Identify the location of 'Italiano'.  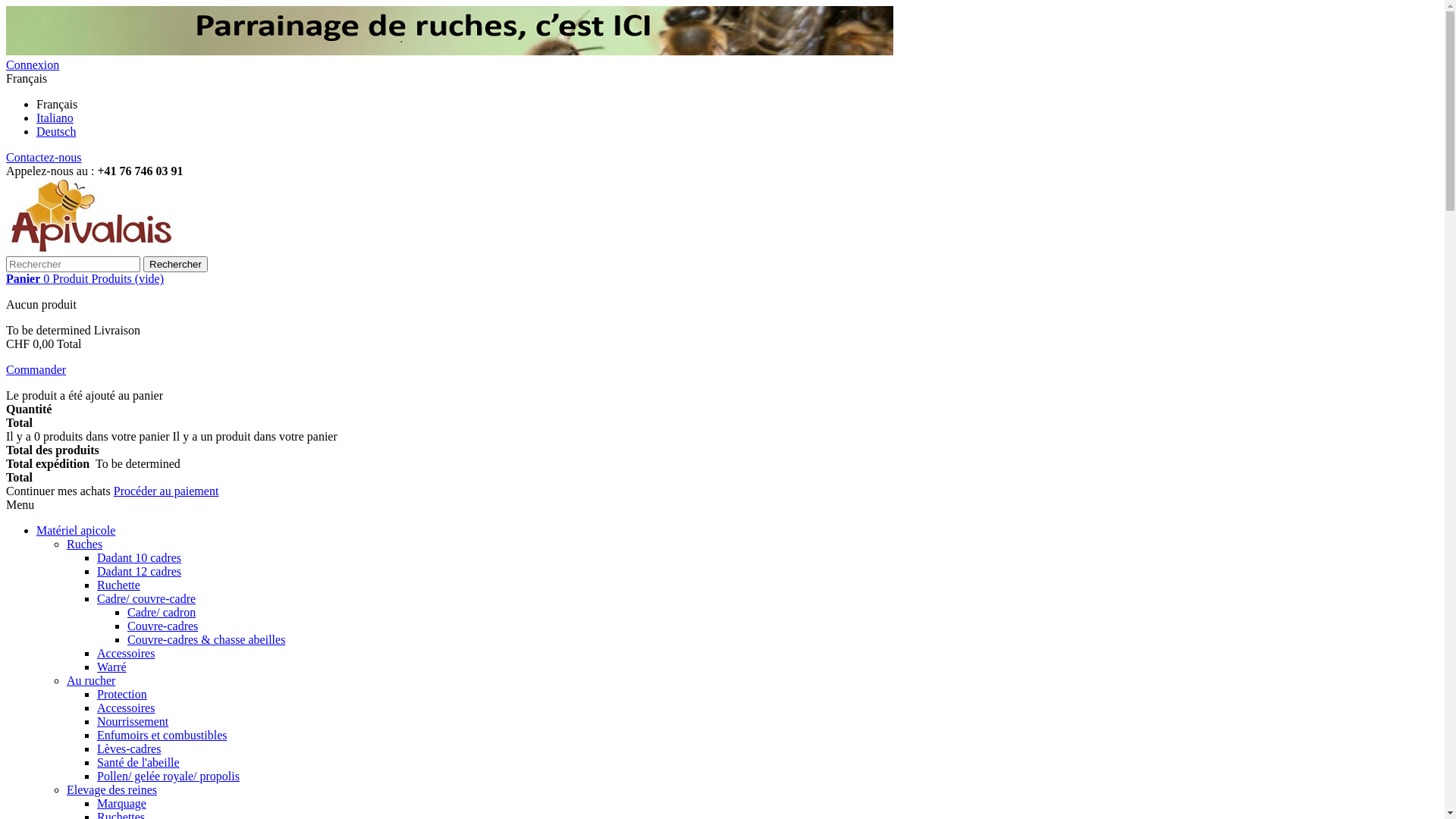
(36, 117).